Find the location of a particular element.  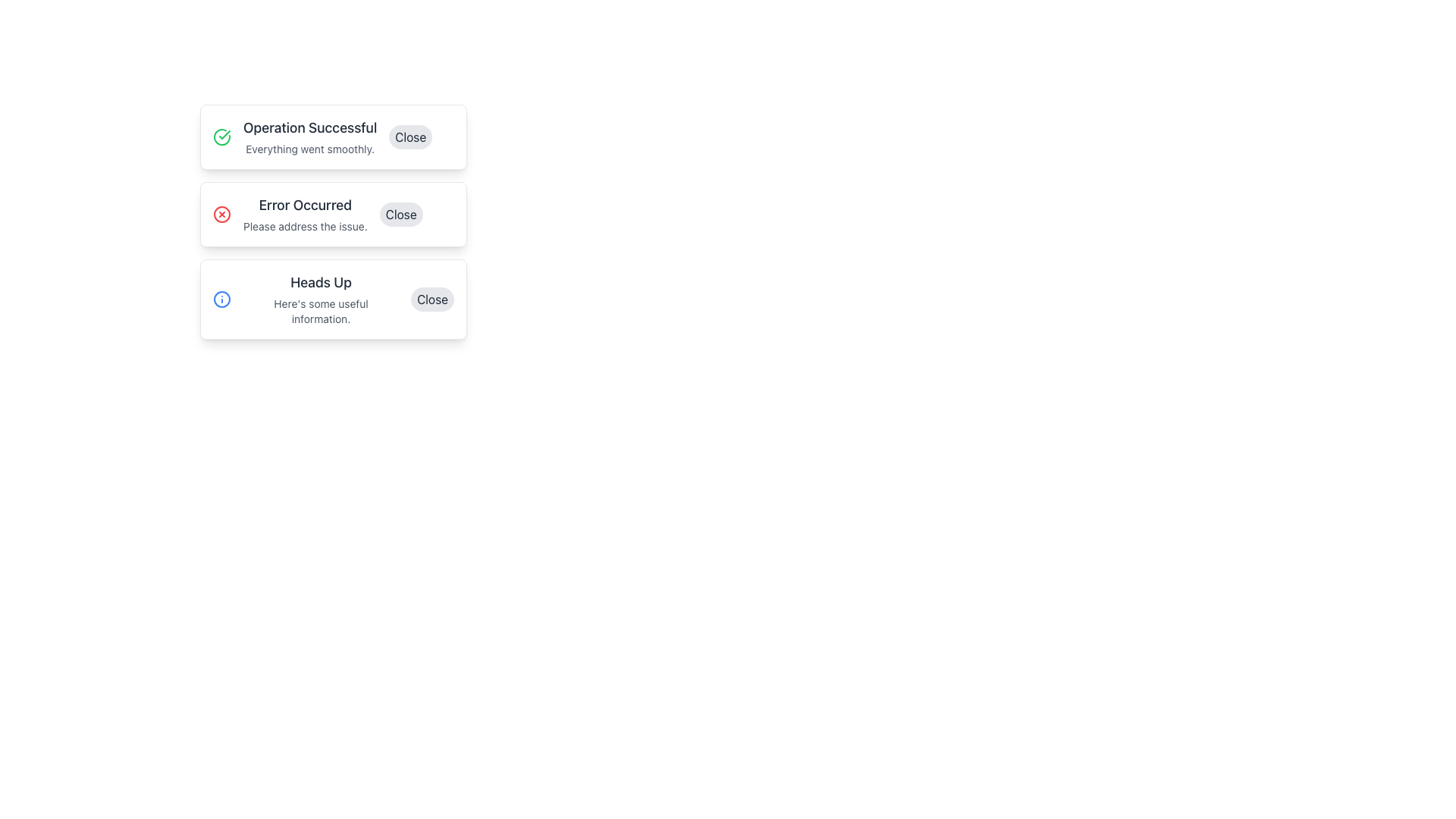

the header or title text element located in the third section of the vertically stacked list of notifications, positioned above a smaller text and below a section with similar formatting is located at coordinates (320, 283).